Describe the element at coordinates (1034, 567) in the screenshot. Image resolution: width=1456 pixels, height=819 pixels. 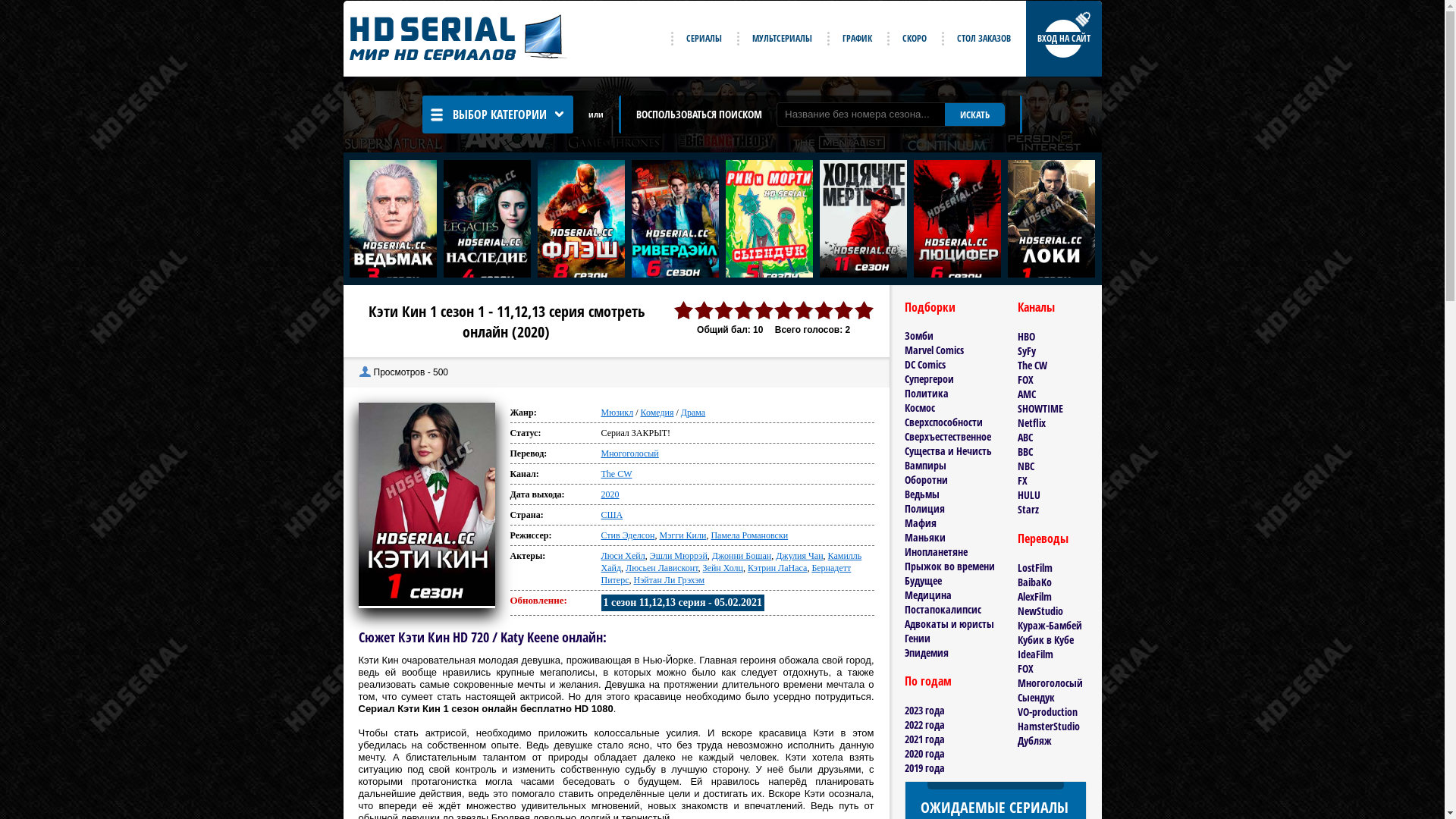
I see `'LostFilm'` at that location.